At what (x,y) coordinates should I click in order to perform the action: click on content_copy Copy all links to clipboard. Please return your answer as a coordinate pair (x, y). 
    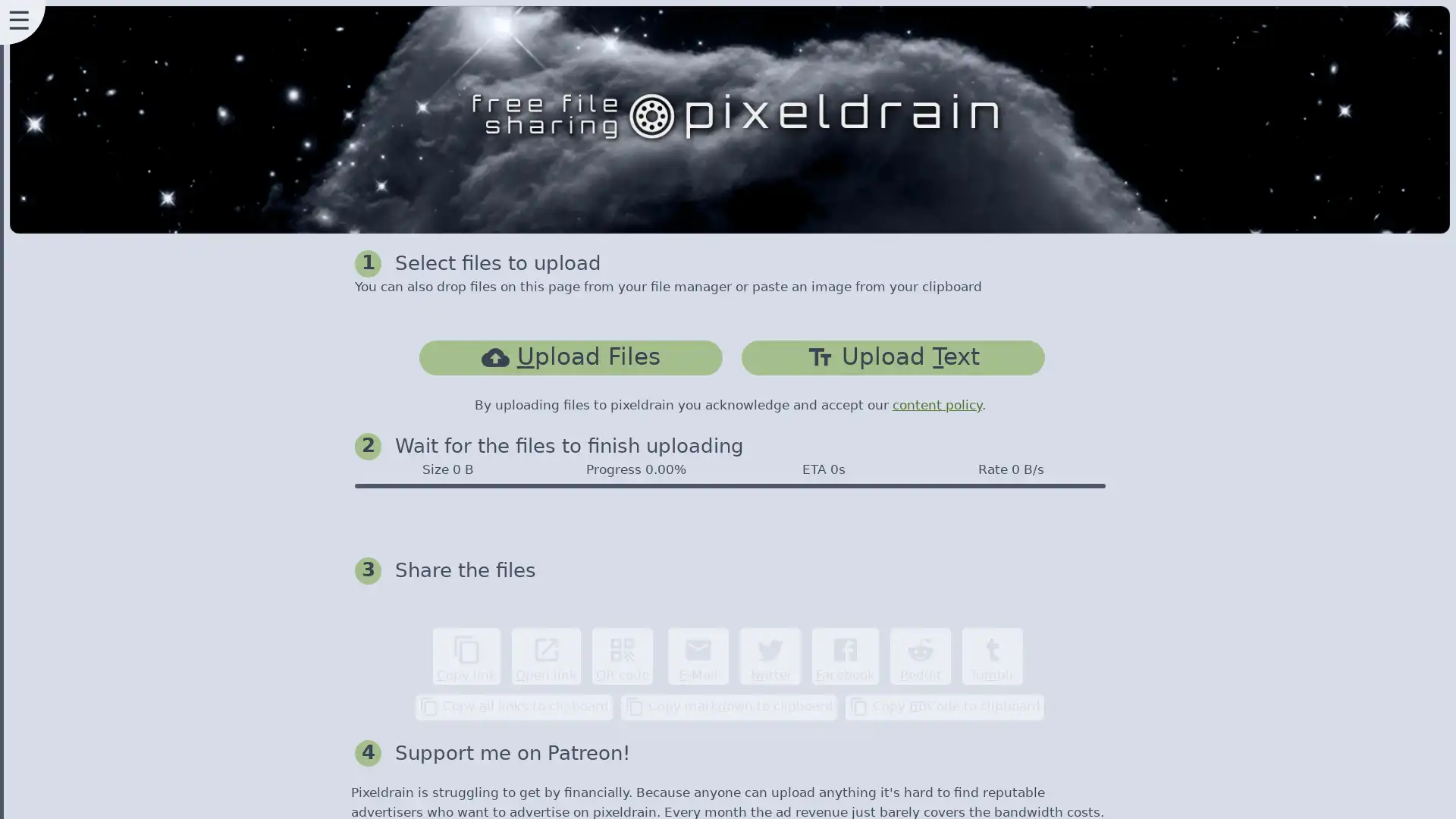
    Looking at the image, I should click on (622, 707).